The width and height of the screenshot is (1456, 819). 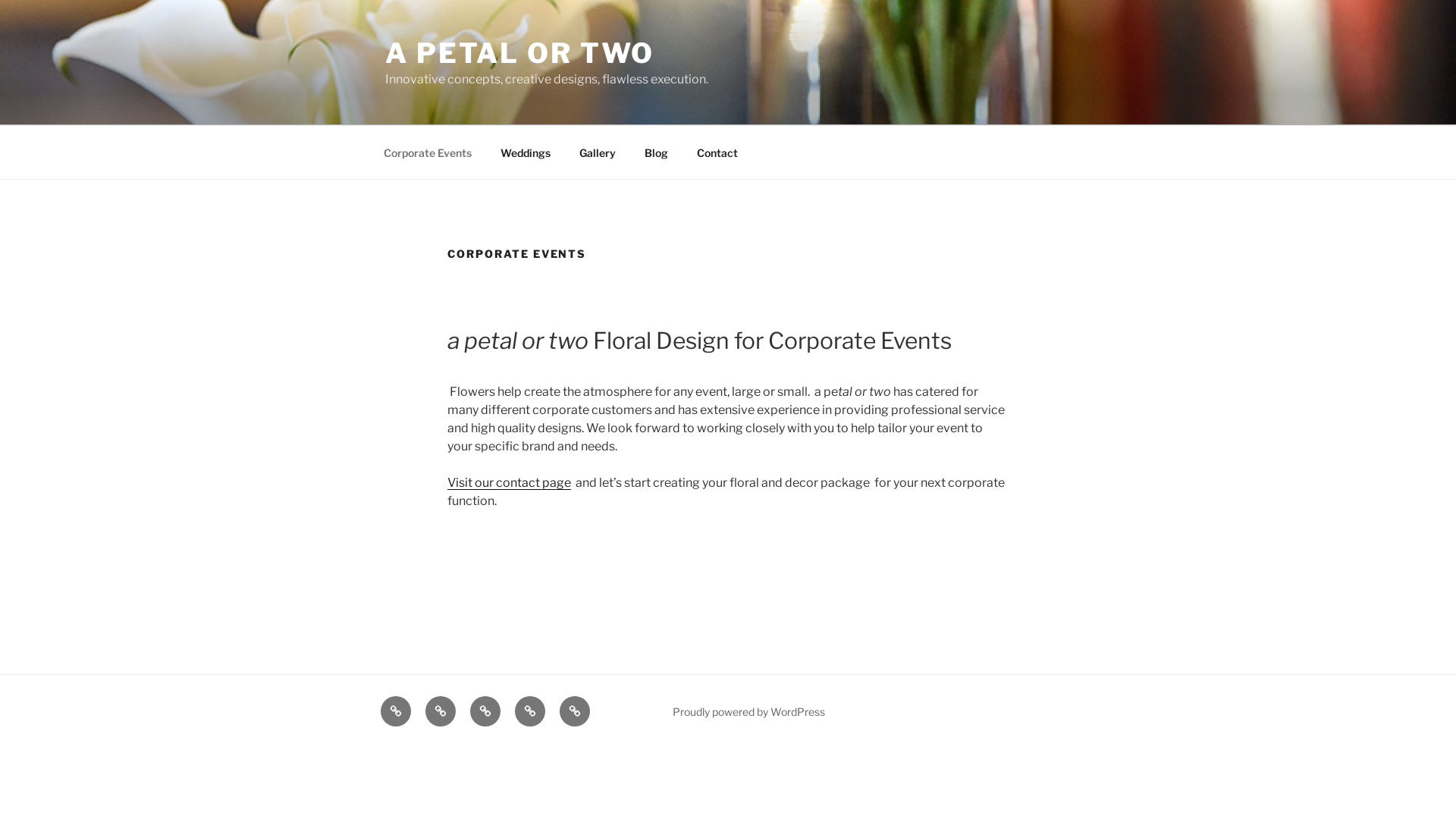 I want to click on 'Contact', so click(x=716, y=152).